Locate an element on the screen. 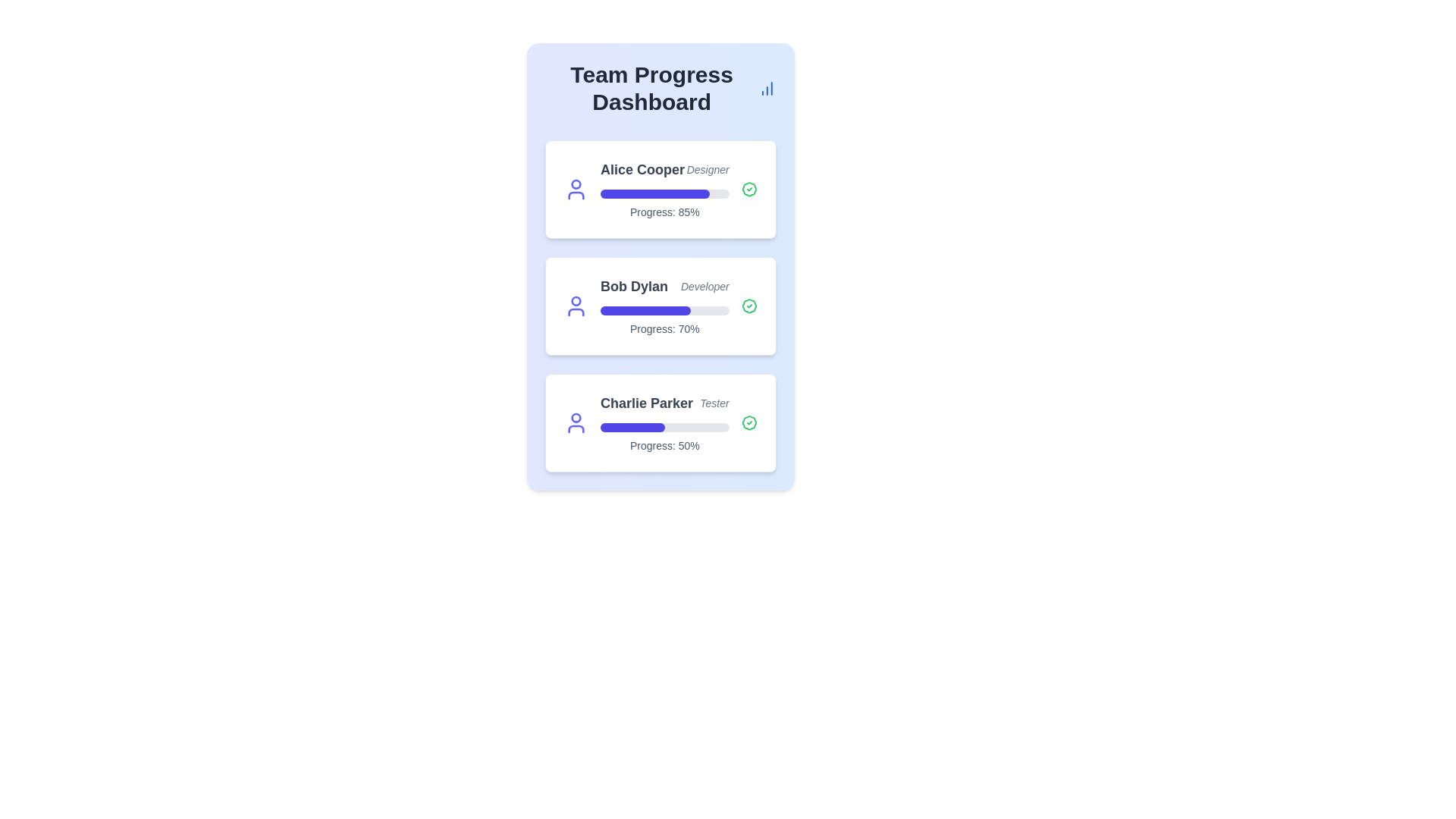 The width and height of the screenshot is (1456, 819). the List Item displaying task progress information for Bob Dylan, the second team member in the Team Progress Dashboard is located at coordinates (661, 306).